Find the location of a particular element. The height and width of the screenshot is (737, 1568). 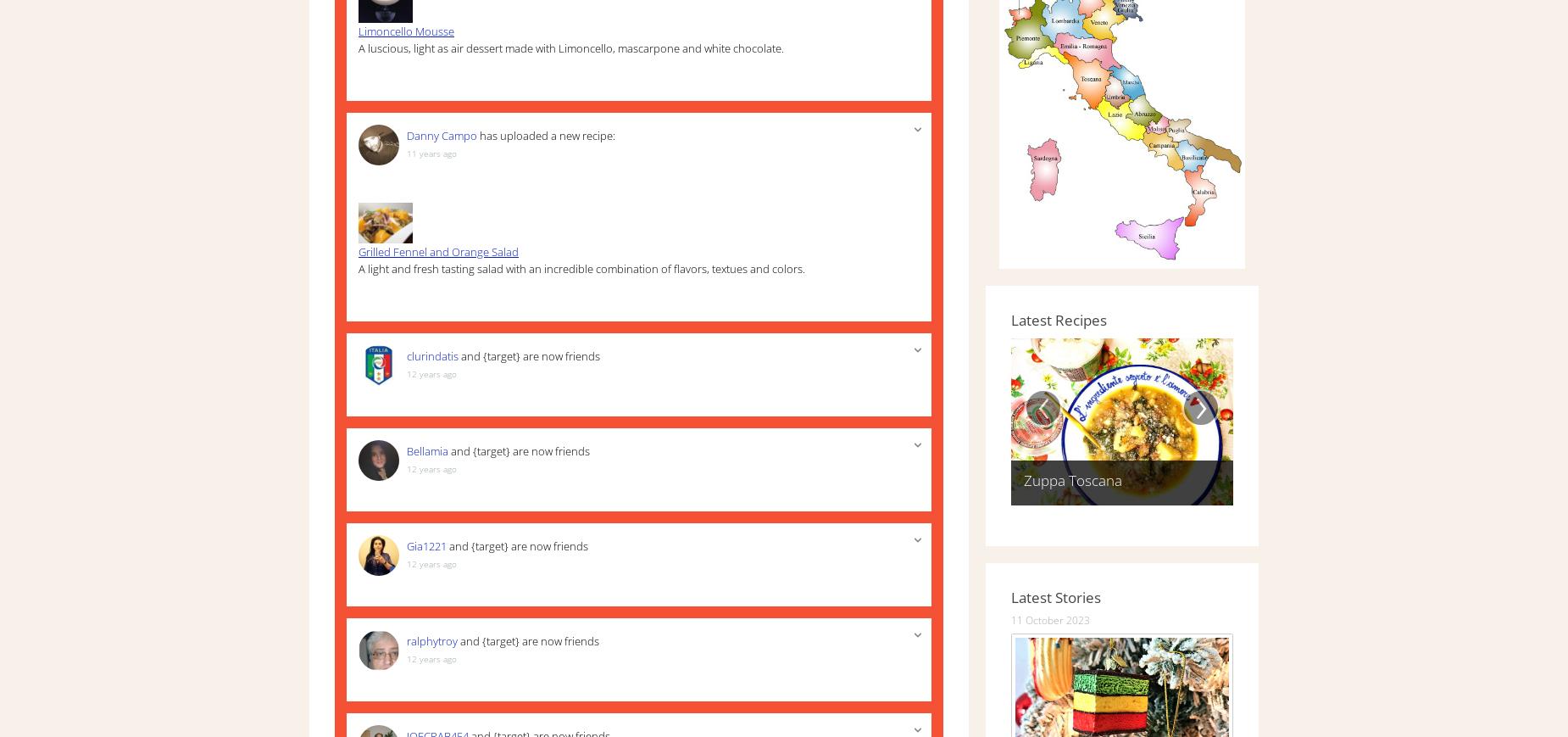

'A light and fresh tasting salad with an incredible combination of flavors, textues and colors.' is located at coordinates (357, 266).